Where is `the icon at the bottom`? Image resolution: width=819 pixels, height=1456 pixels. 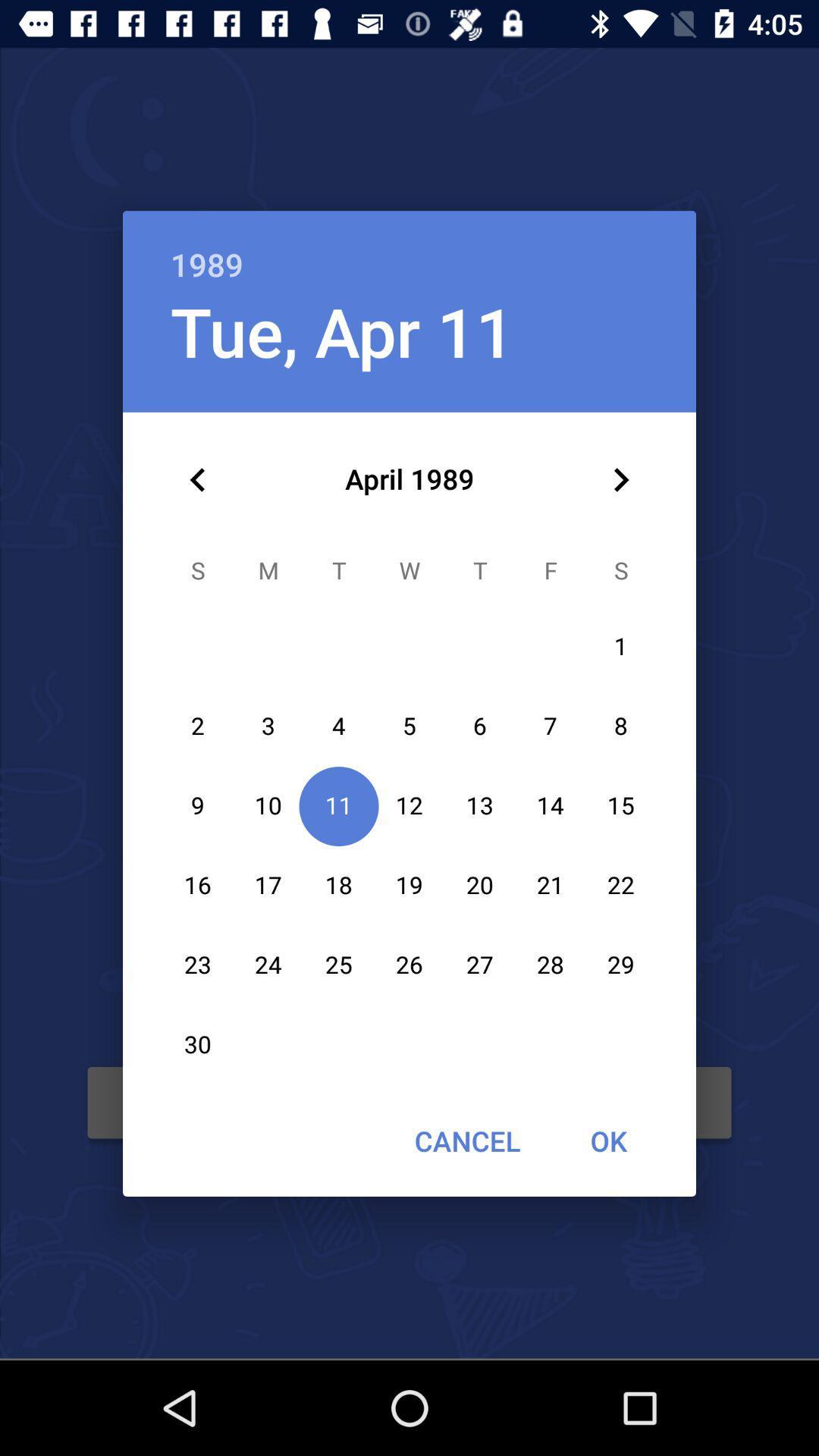 the icon at the bottom is located at coordinates (466, 1141).